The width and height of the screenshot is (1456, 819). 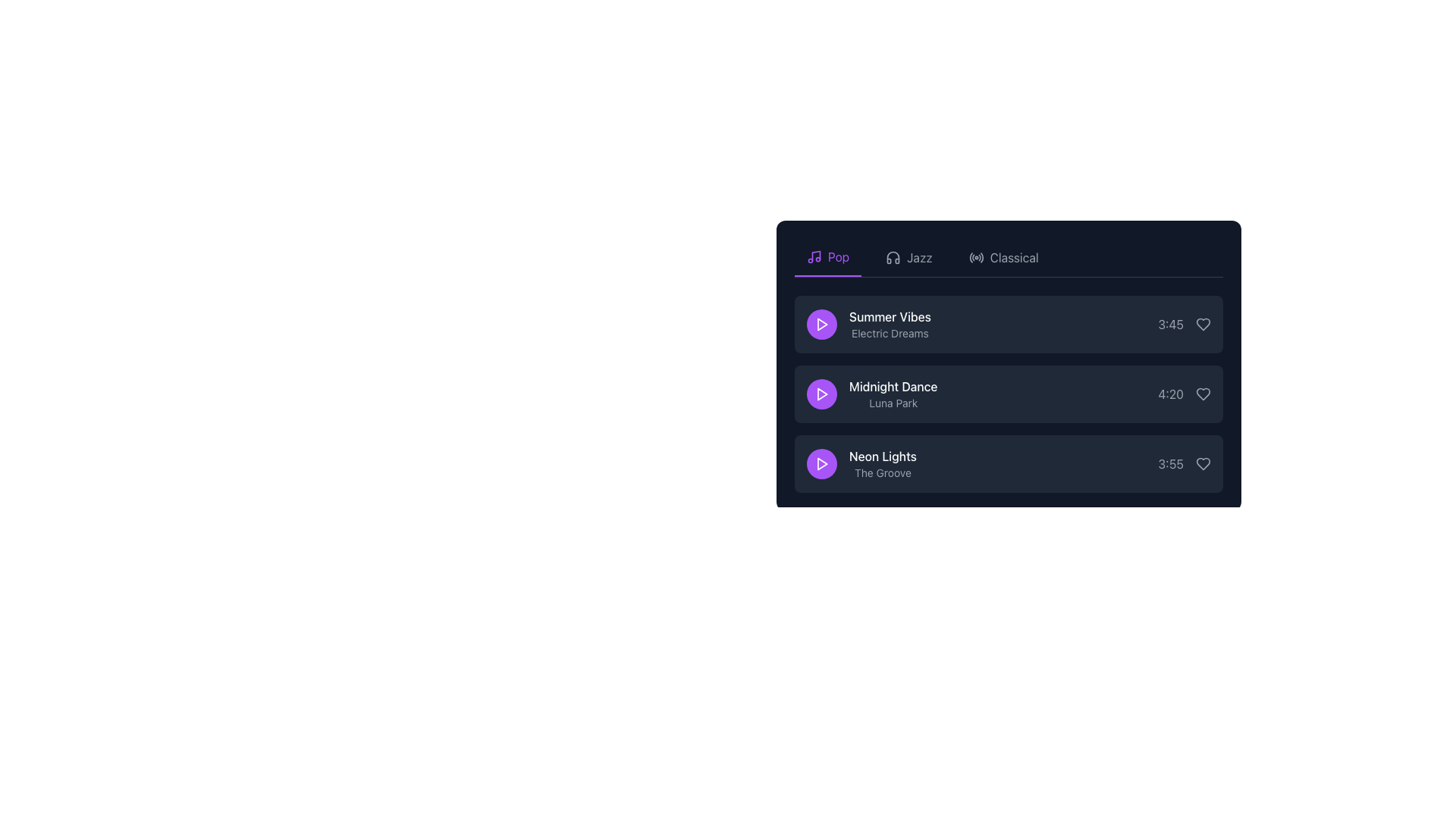 I want to click on the text display element showing 'Neon Lights' and 'The Groove', which is located in the third row of the music tracks panel, so click(x=861, y=463).